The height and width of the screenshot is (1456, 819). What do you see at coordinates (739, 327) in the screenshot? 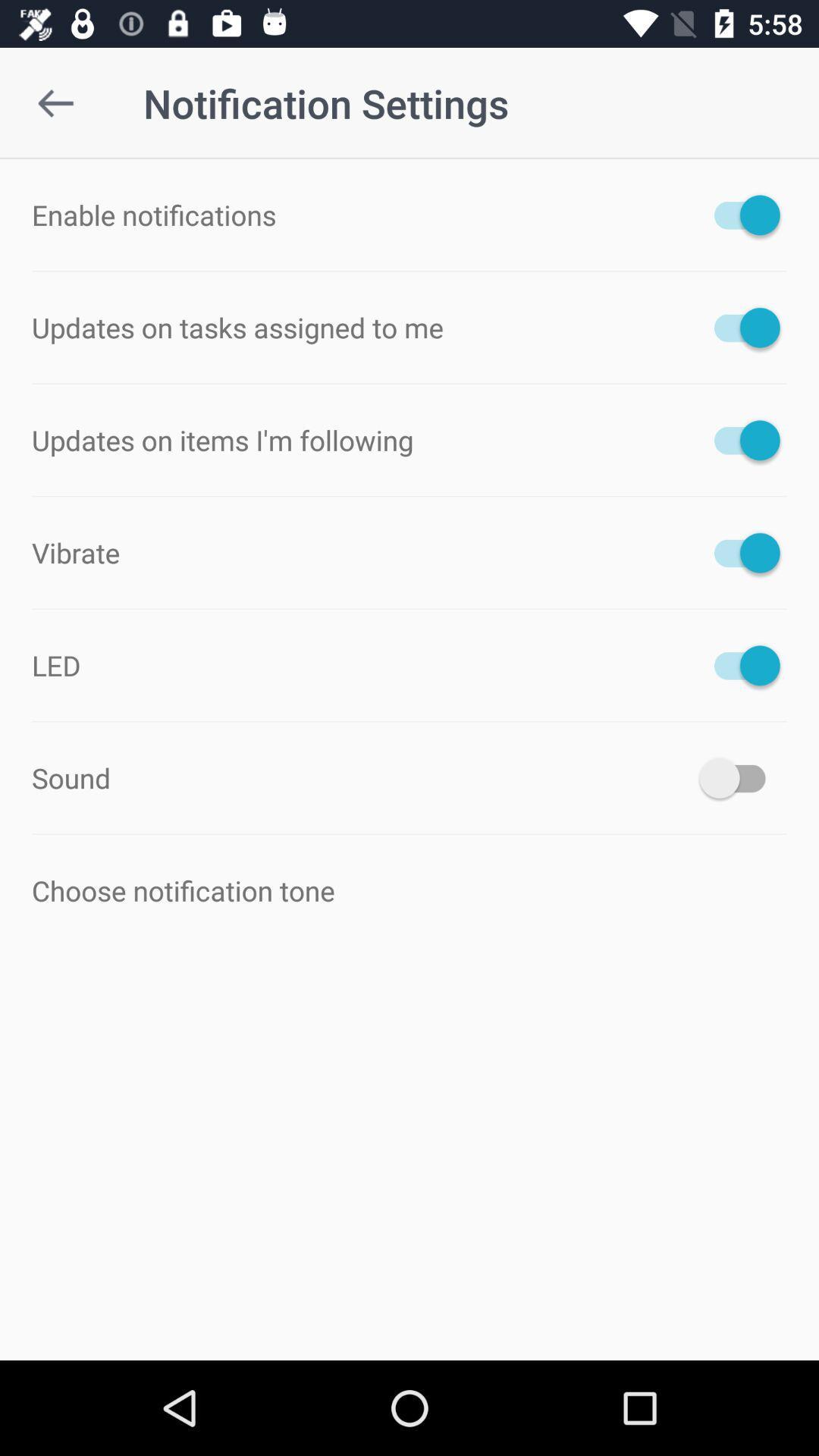
I see `icon to the right of updates on tasks item` at bounding box center [739, 327].